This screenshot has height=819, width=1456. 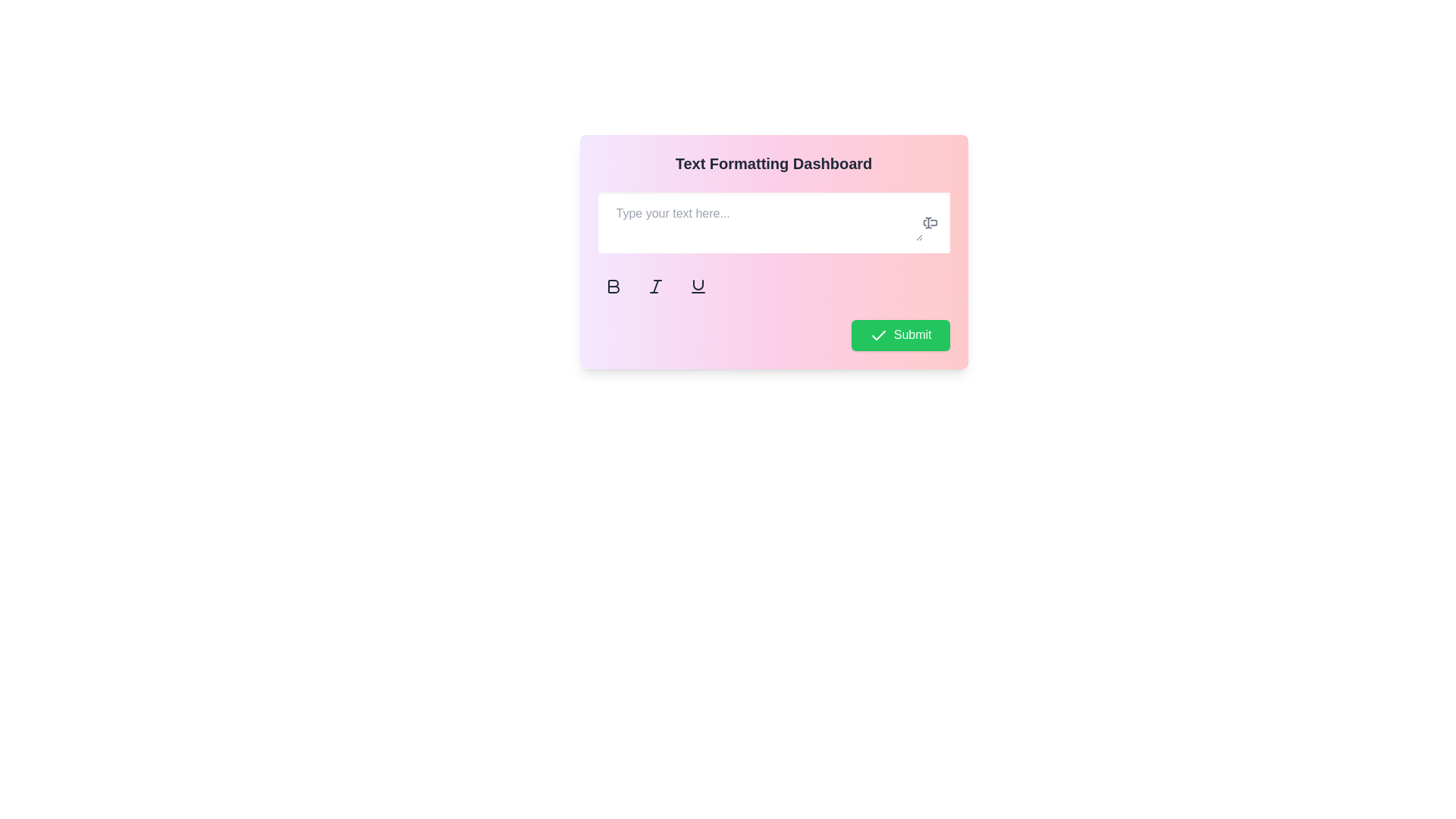 What do you see at coordinates (655, 287) in the screenshot?
I see `the middle italic formatting button, which has a minimalist design and an italicized 'I' icon` at bounding box center [655, 287].